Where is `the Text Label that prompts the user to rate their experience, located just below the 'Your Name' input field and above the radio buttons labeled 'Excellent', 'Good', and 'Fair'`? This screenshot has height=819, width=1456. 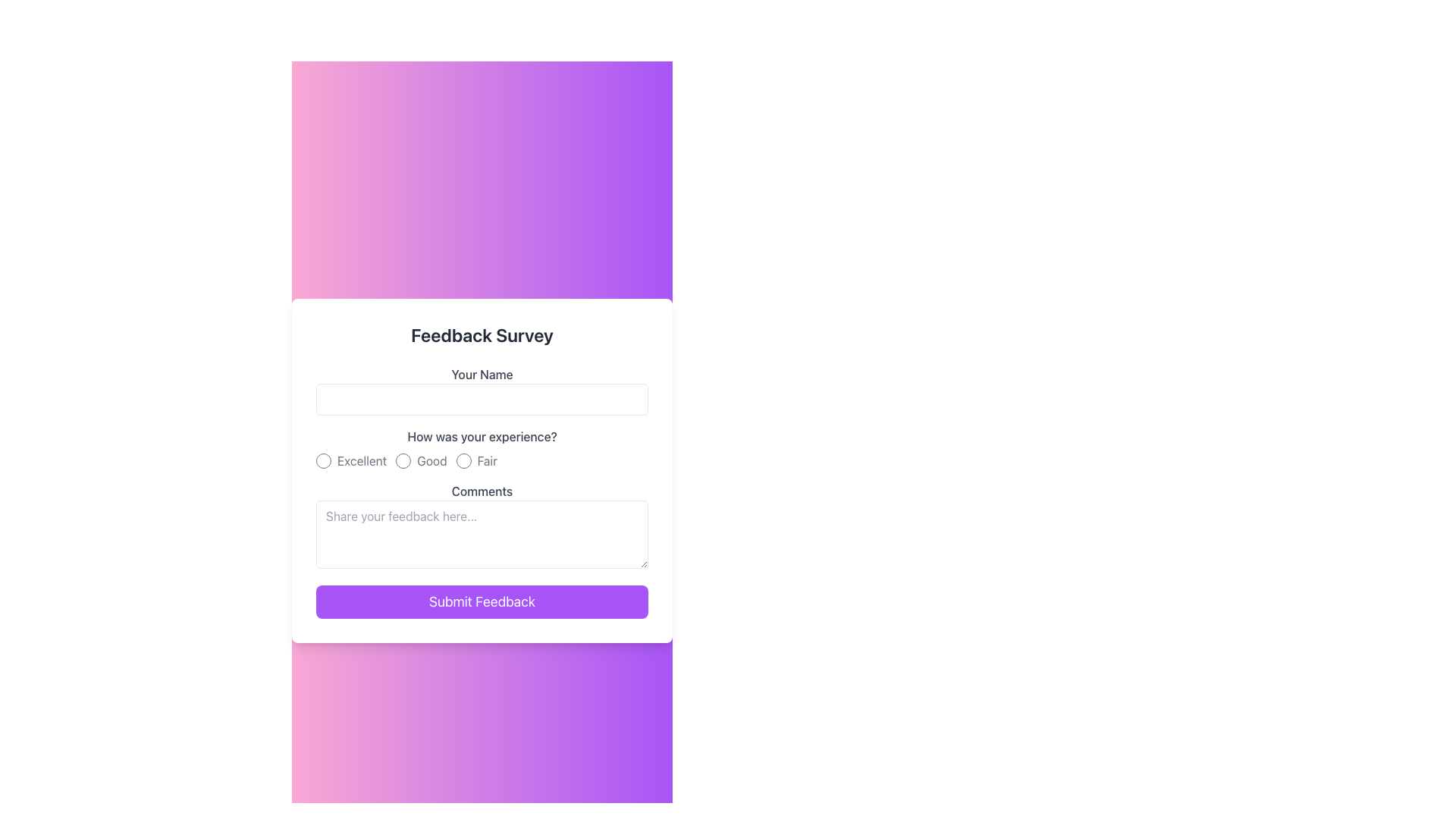 the Text Label that prompts the user to rate their experience, located just below the 'Your Name' input field and above the radio buttons labeled 'Excellent', 'Good', and 'Fair' is located at coordinates (481, 436).